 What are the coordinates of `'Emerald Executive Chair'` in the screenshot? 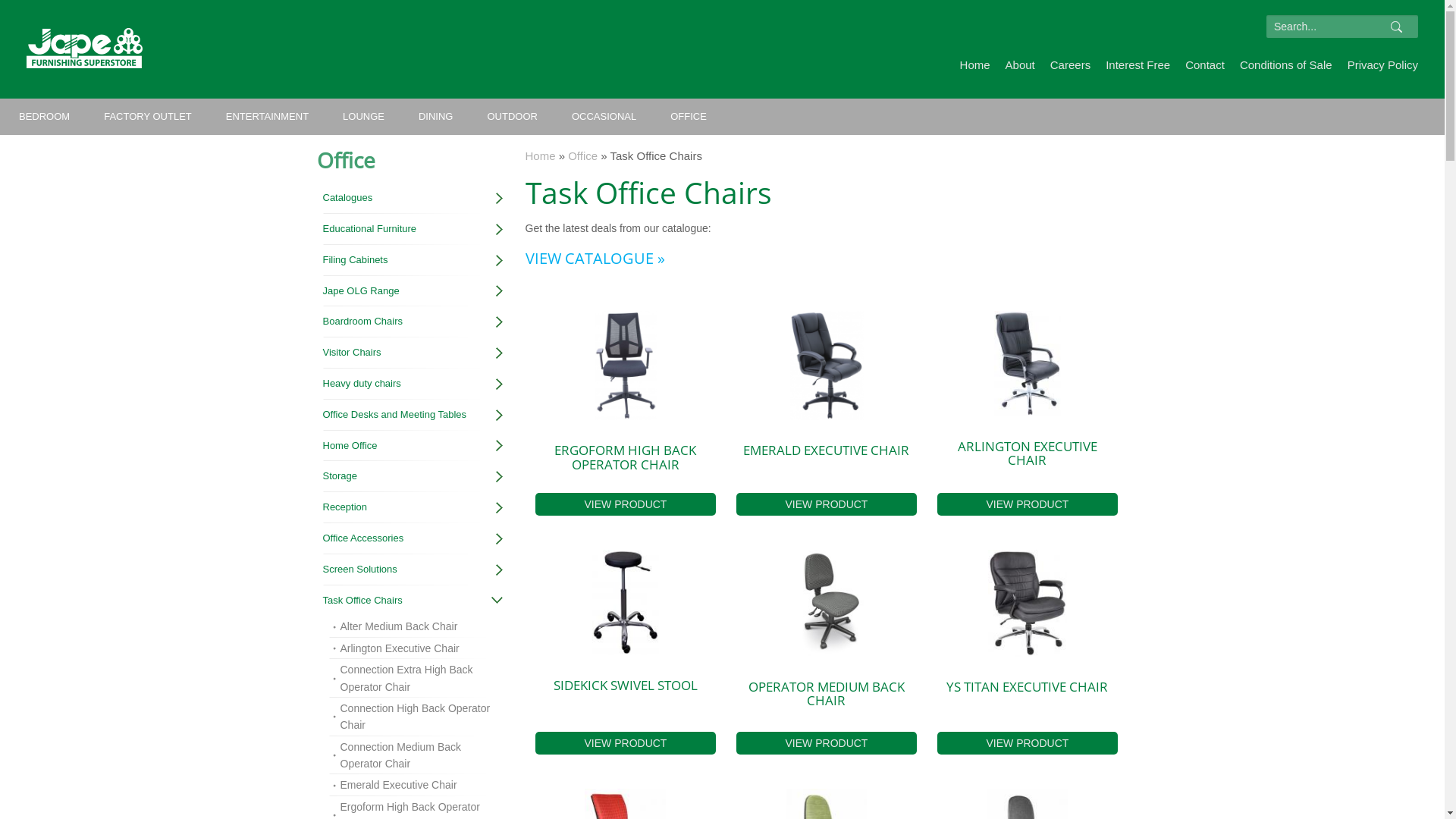 It's located at (417, 784).